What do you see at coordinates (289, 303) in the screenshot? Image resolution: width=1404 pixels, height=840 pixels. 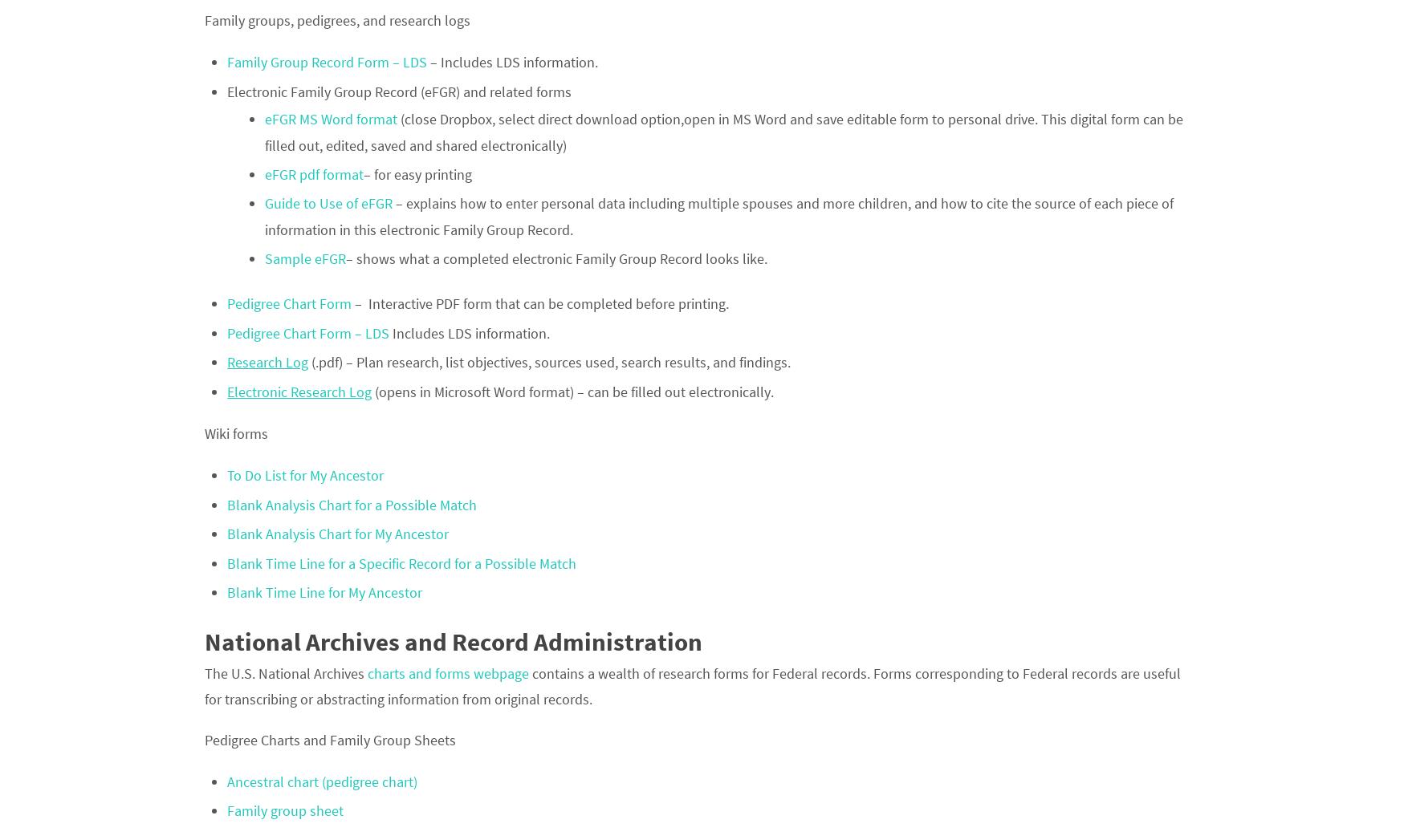 I see `'Pedigree Chart Form'` at bounding box center [289, 303].